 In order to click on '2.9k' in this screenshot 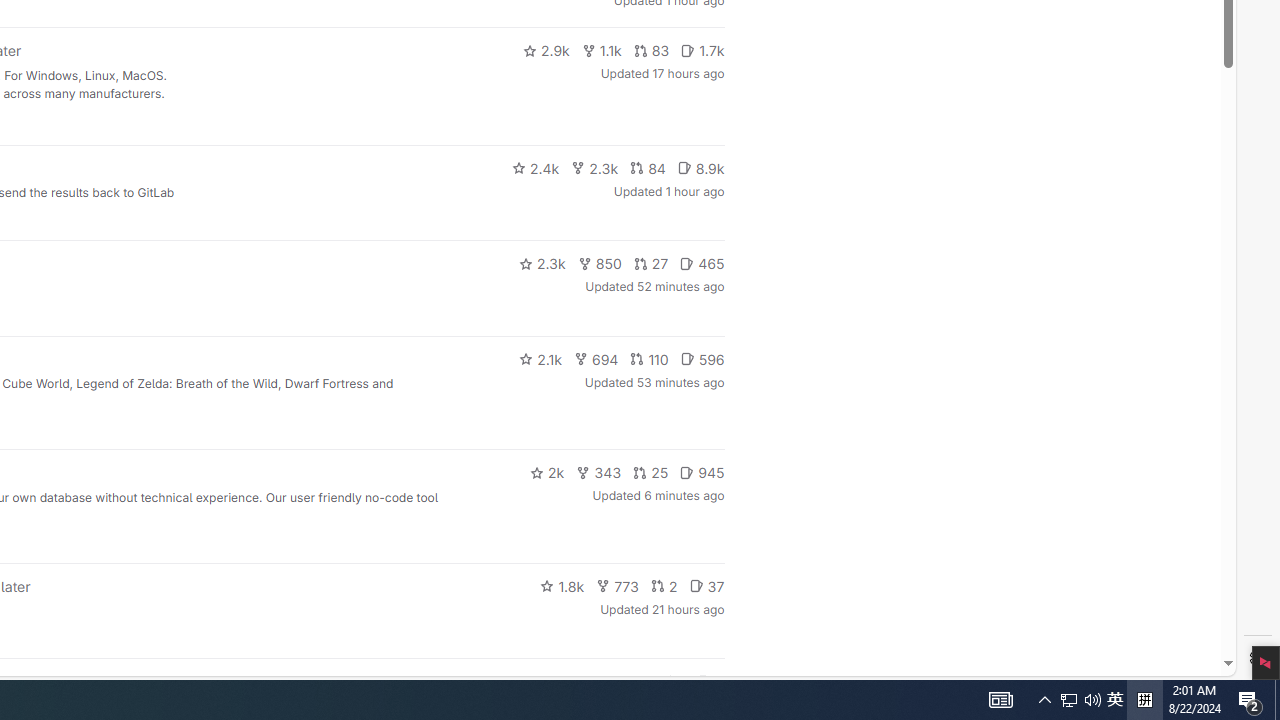, I will do `click(545, 50)`.